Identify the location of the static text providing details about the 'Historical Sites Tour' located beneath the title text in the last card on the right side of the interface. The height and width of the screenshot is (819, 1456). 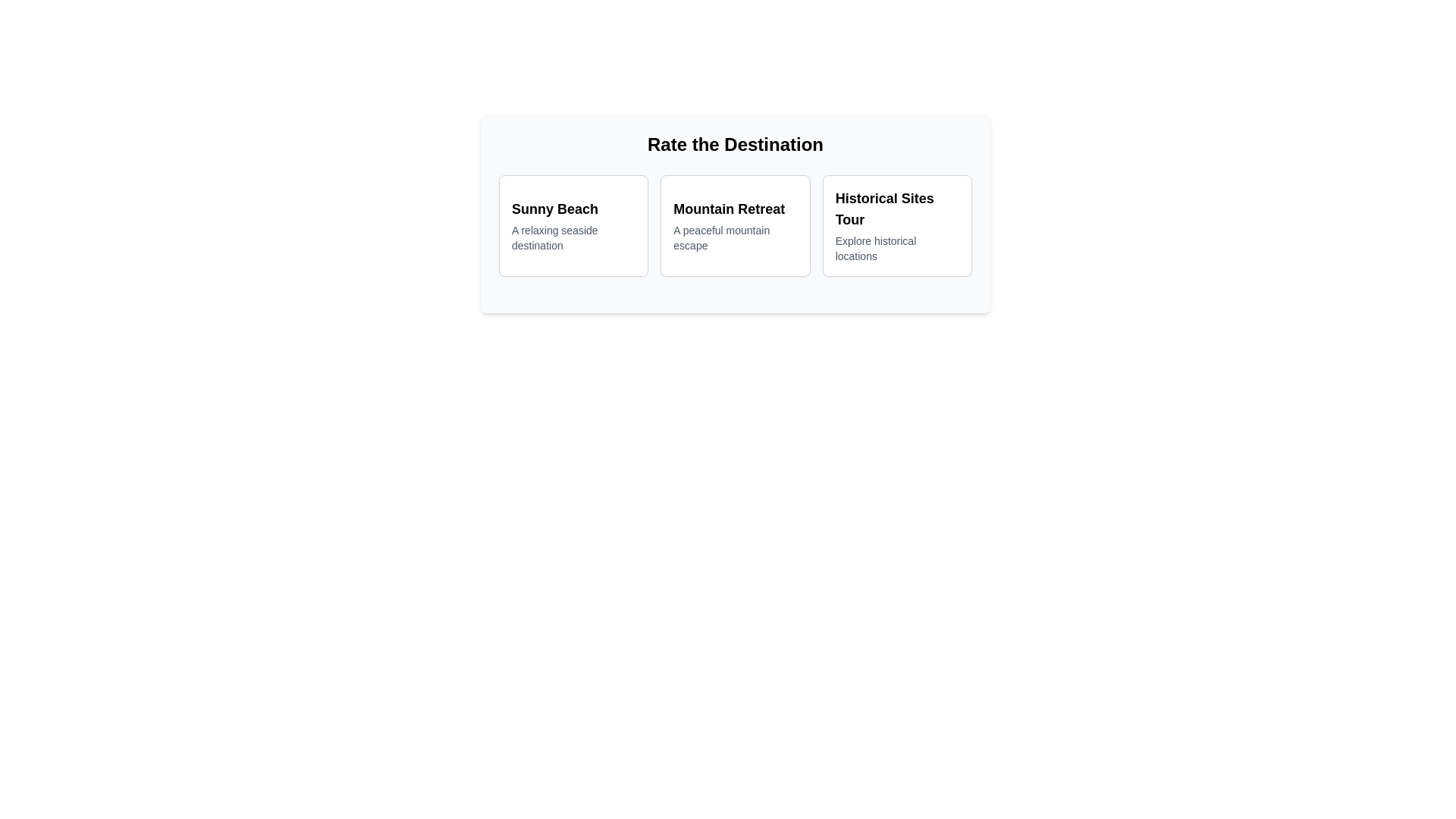
(897, 247).